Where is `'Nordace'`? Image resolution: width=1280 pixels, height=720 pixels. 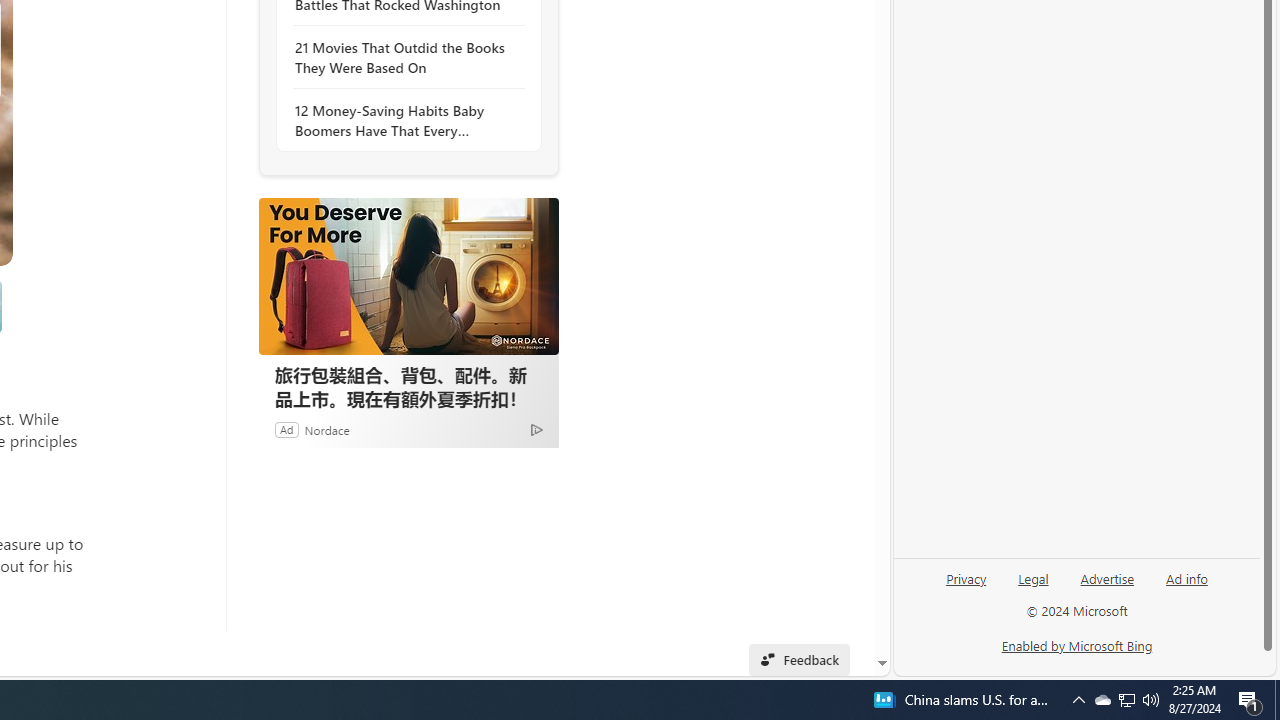 'Nordace' is located at coordinates (327, 428).